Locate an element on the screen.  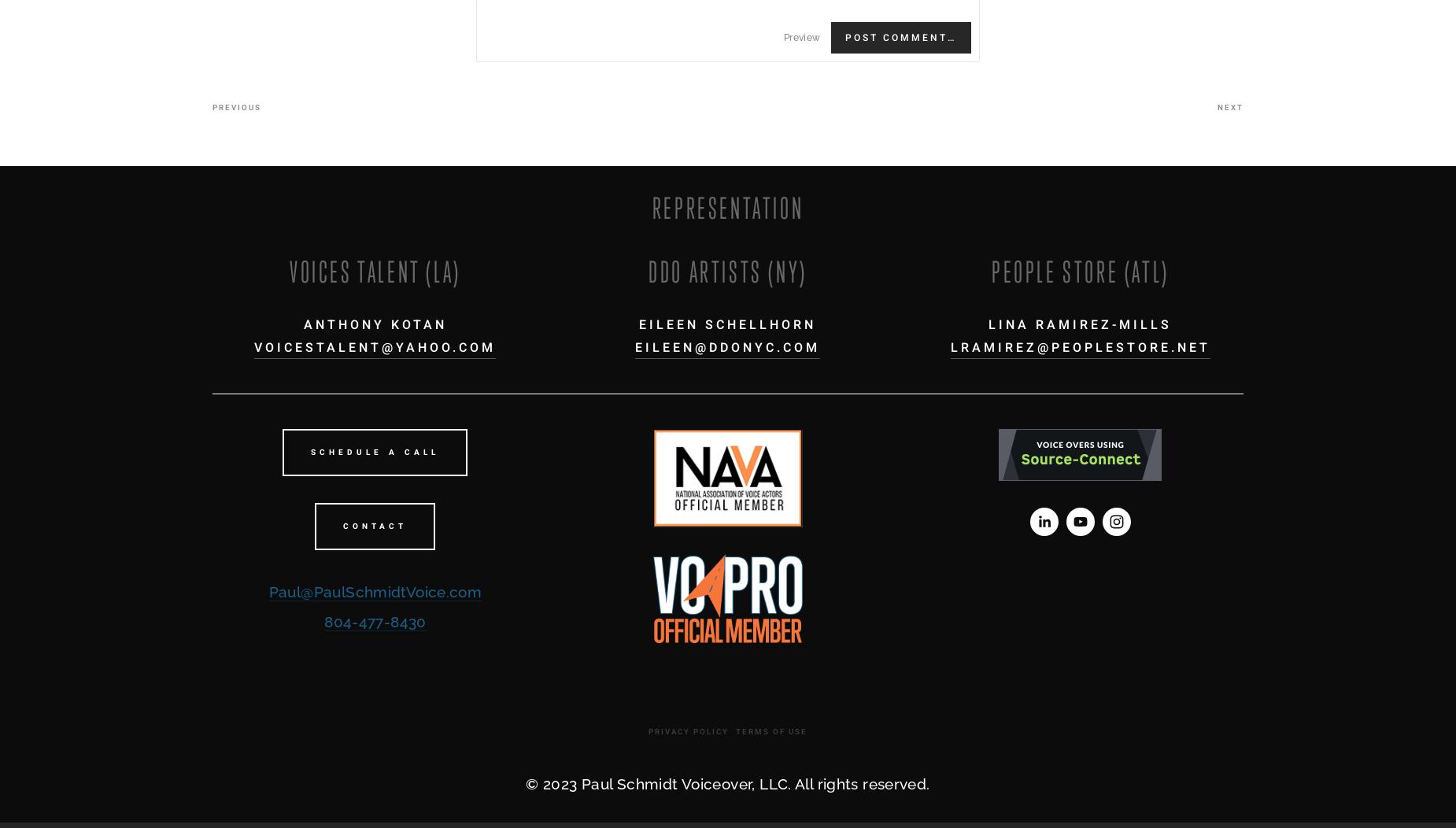
'Lina Ramirez-Mills' is located at coordinates (1079, 323).